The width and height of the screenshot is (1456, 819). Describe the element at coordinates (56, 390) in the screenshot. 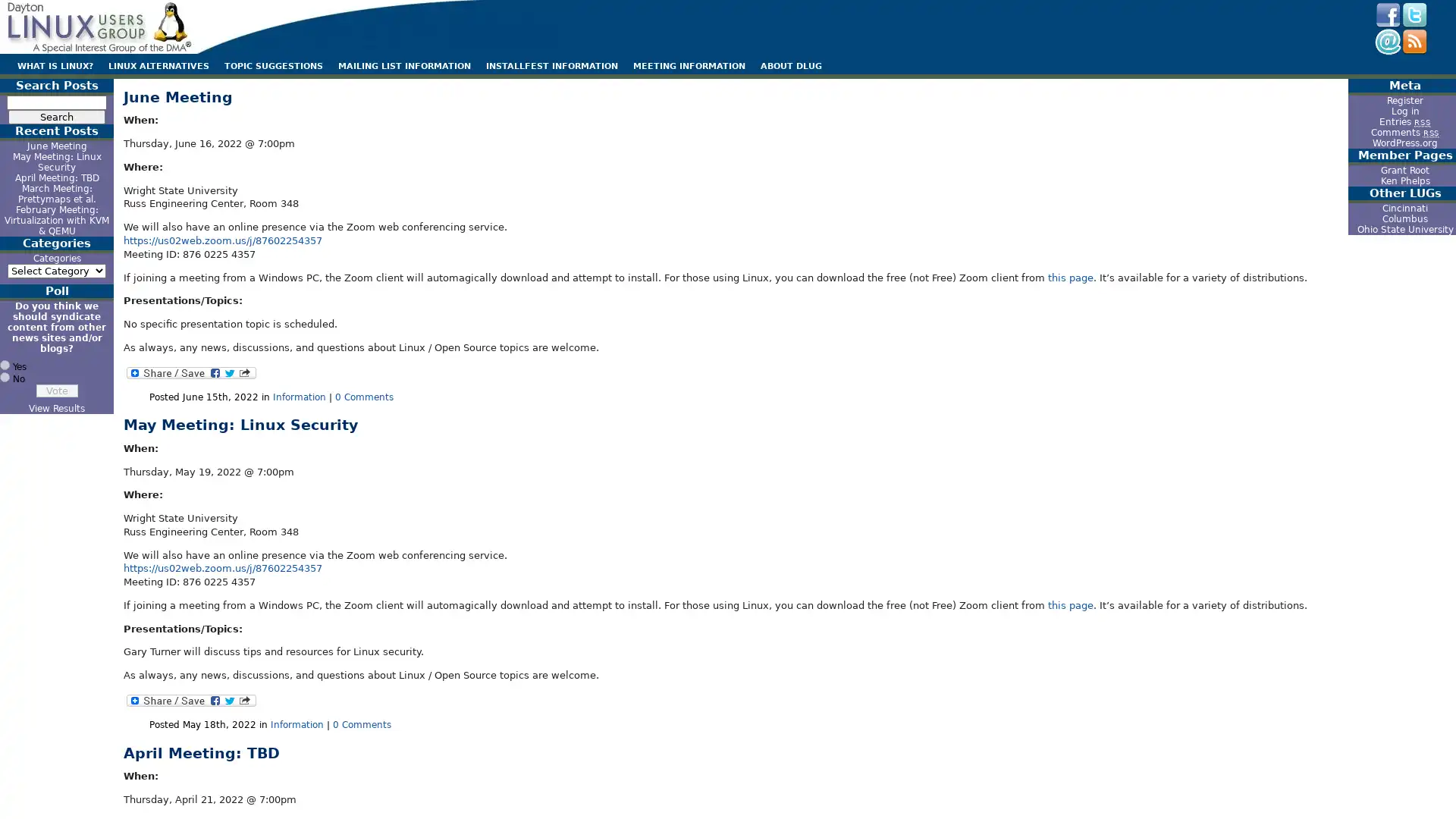

I see `Vote` at that location.